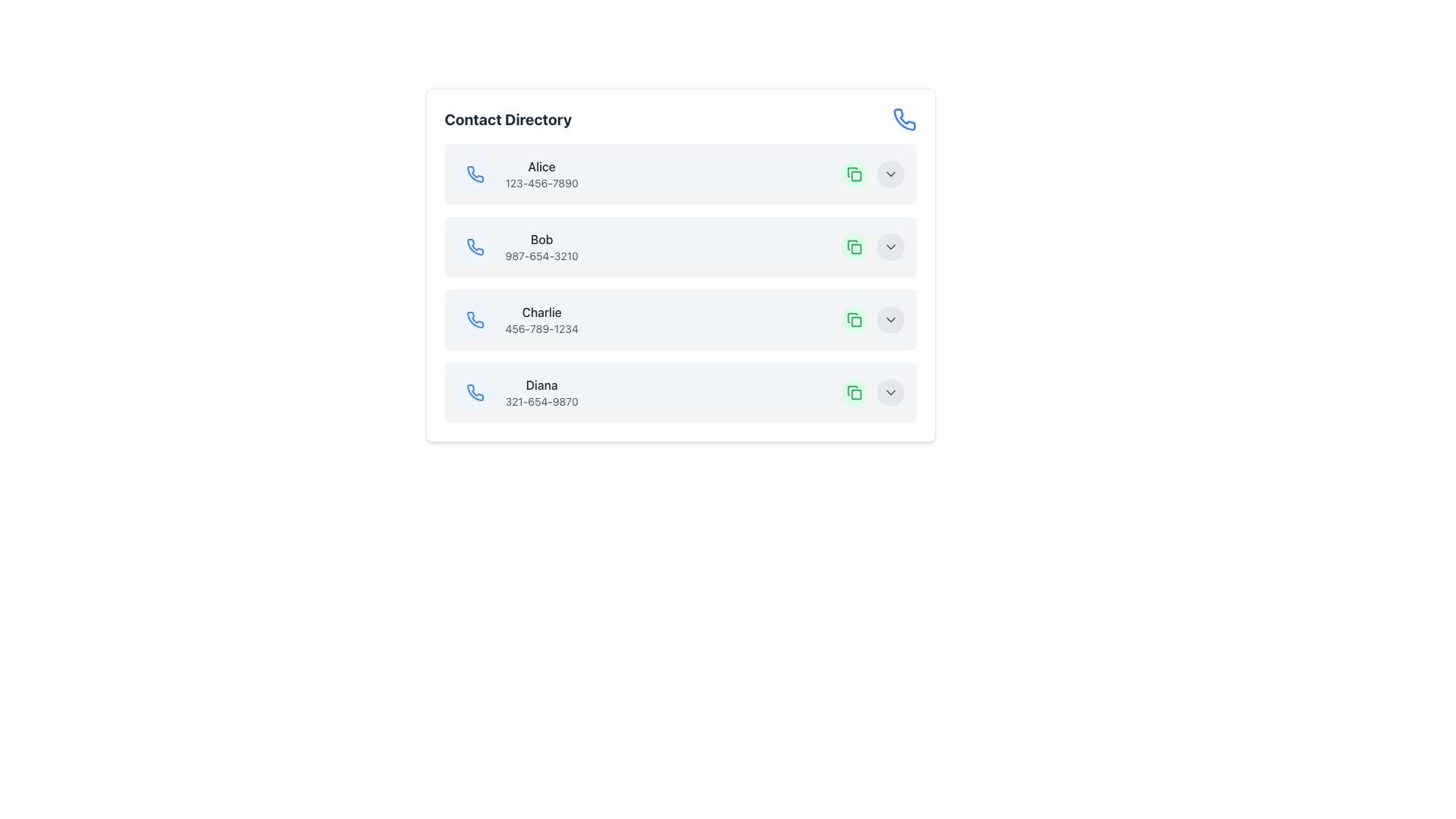 Image resolution: width=1456 pixels, height=819 pixels. Describe the element at coordinates (517, 246) in the screenshot. I see `contact information displayed in the text component of the second contact card, which includes the name and phone number` at that location.